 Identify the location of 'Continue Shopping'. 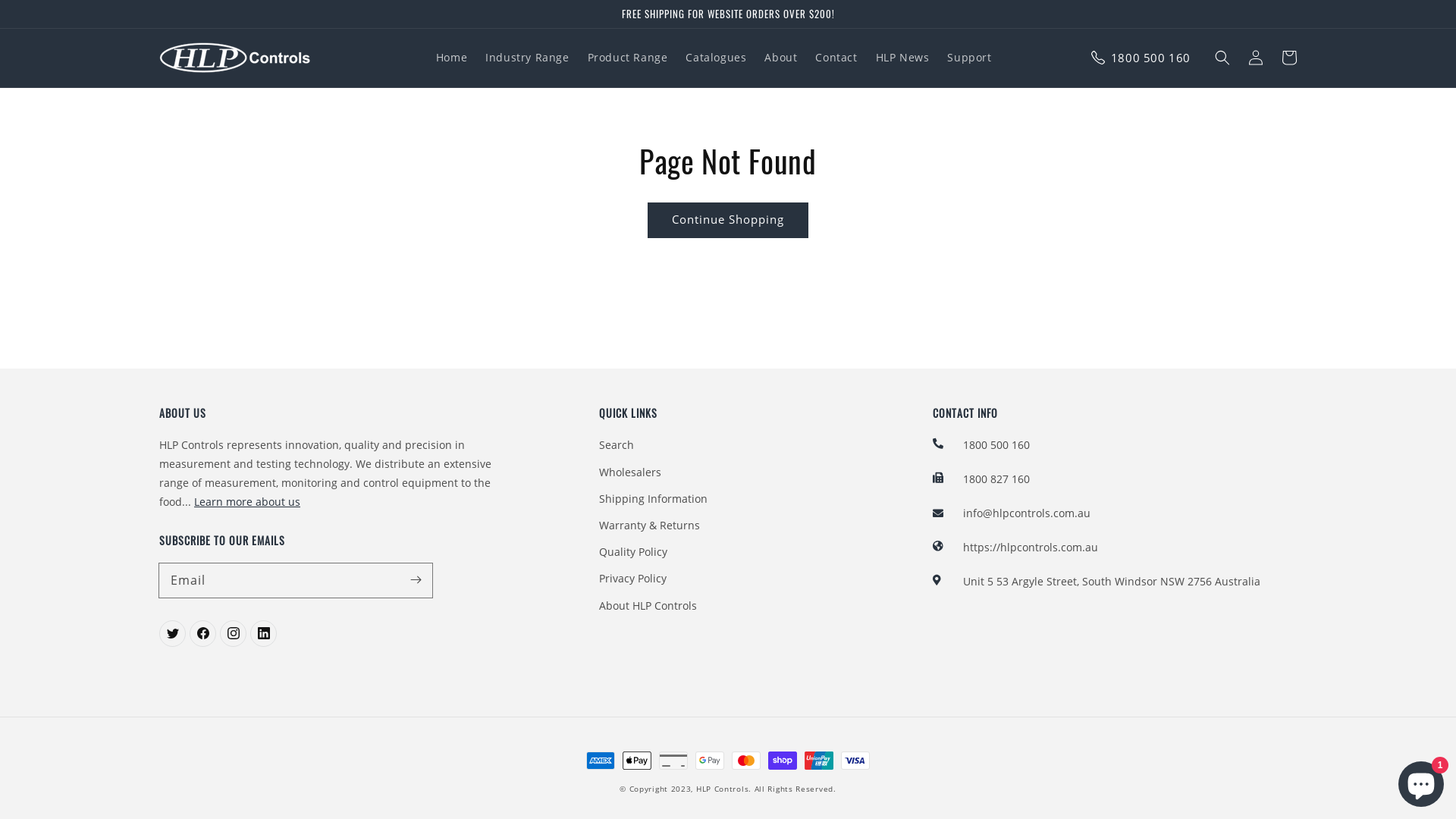
(728, 220).